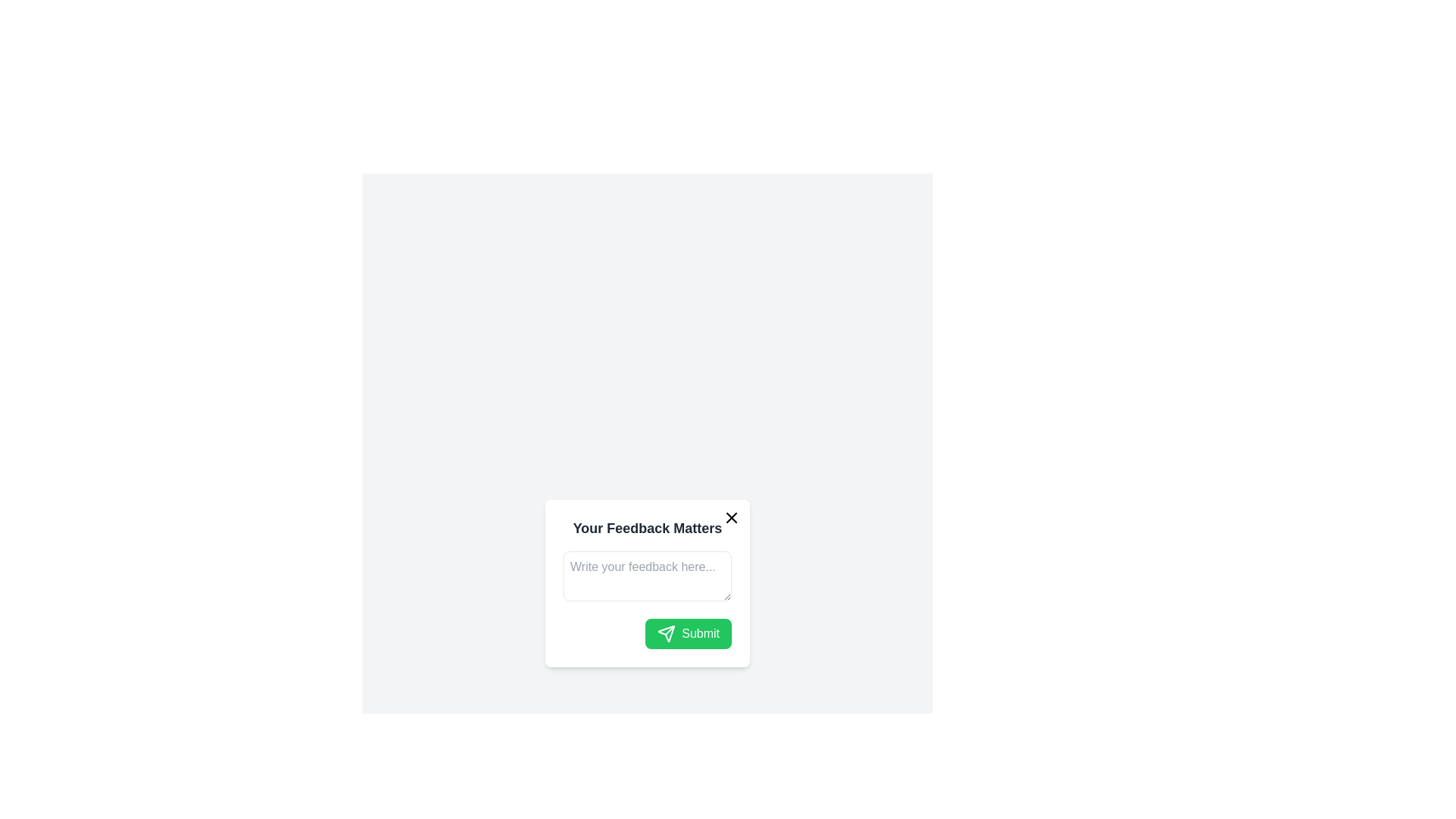 This screenshot has height=819, width=1456. Describe the element at coordinates (731, 516) in the screenshot. I see `the close button located at the top-right corner of the feedback dialog` at that location.